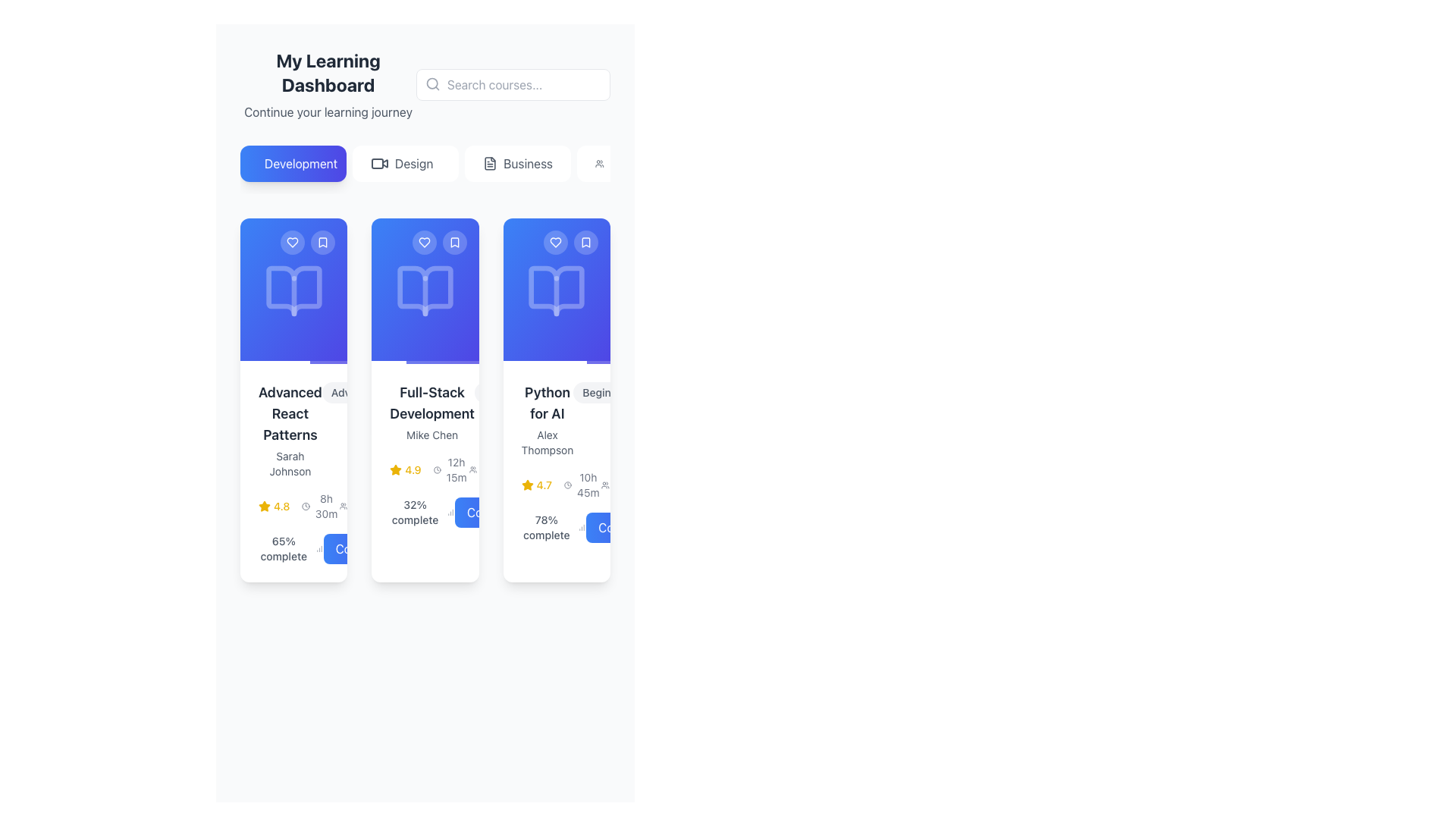  I want to click on the design or meaning of the icon located centrally within the content area of the second card in the series of three cards, so click(425, 291).